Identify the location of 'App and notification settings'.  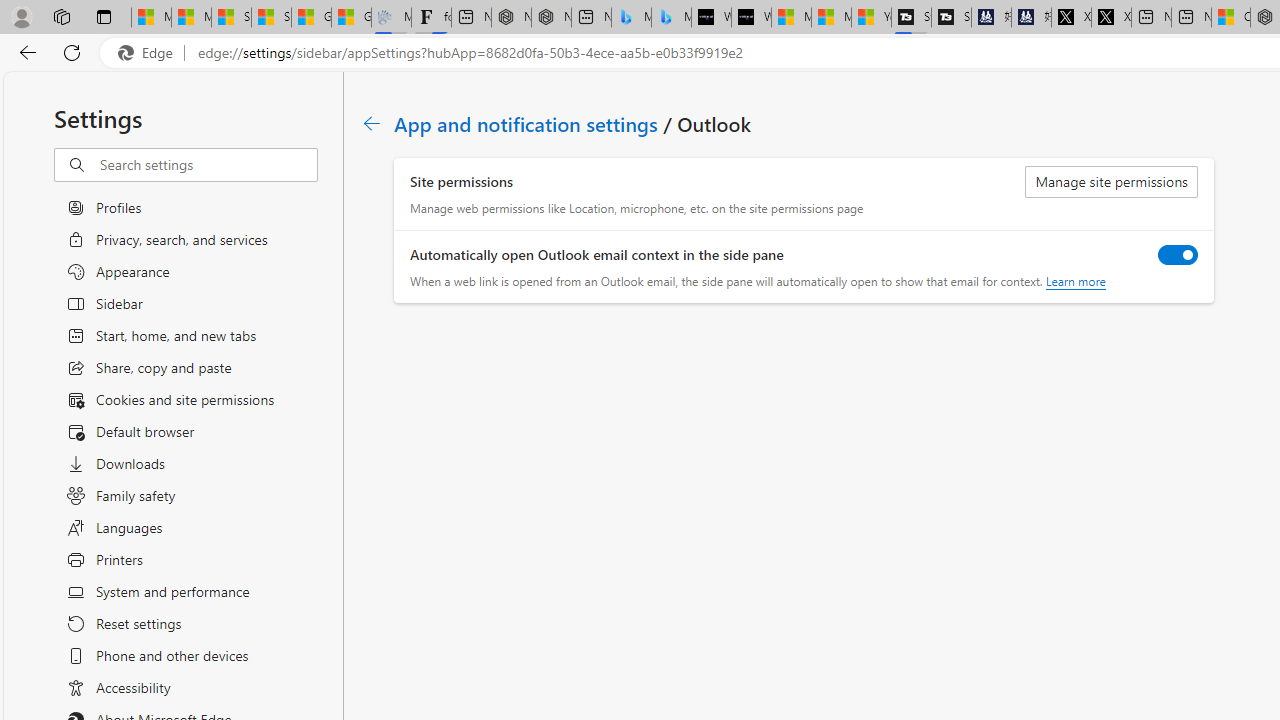
(527, 123).